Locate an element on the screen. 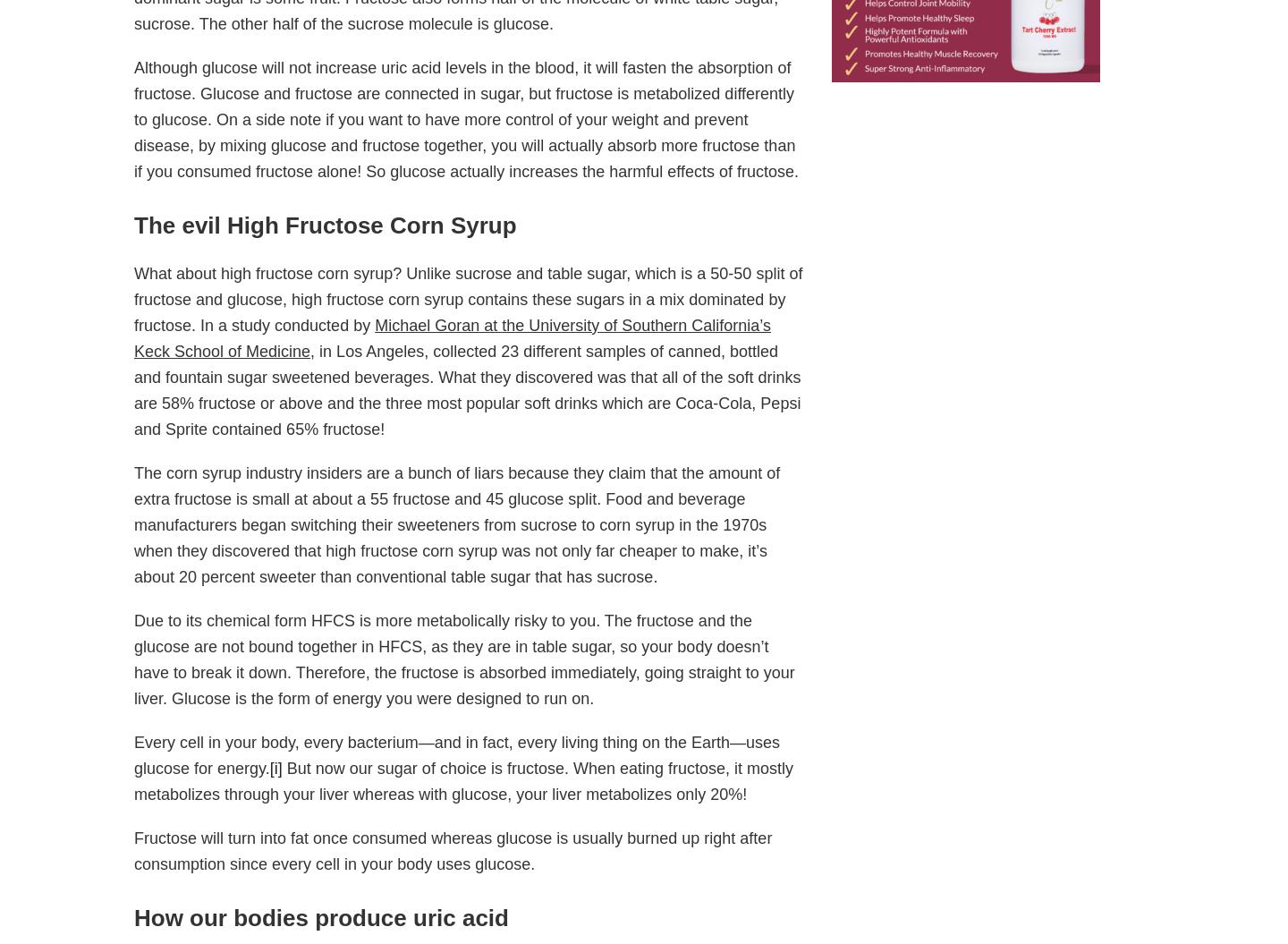 Image resolution: width=1288 pixels, height=944 pixels. '[i]' is located at coordinates (275, 768).